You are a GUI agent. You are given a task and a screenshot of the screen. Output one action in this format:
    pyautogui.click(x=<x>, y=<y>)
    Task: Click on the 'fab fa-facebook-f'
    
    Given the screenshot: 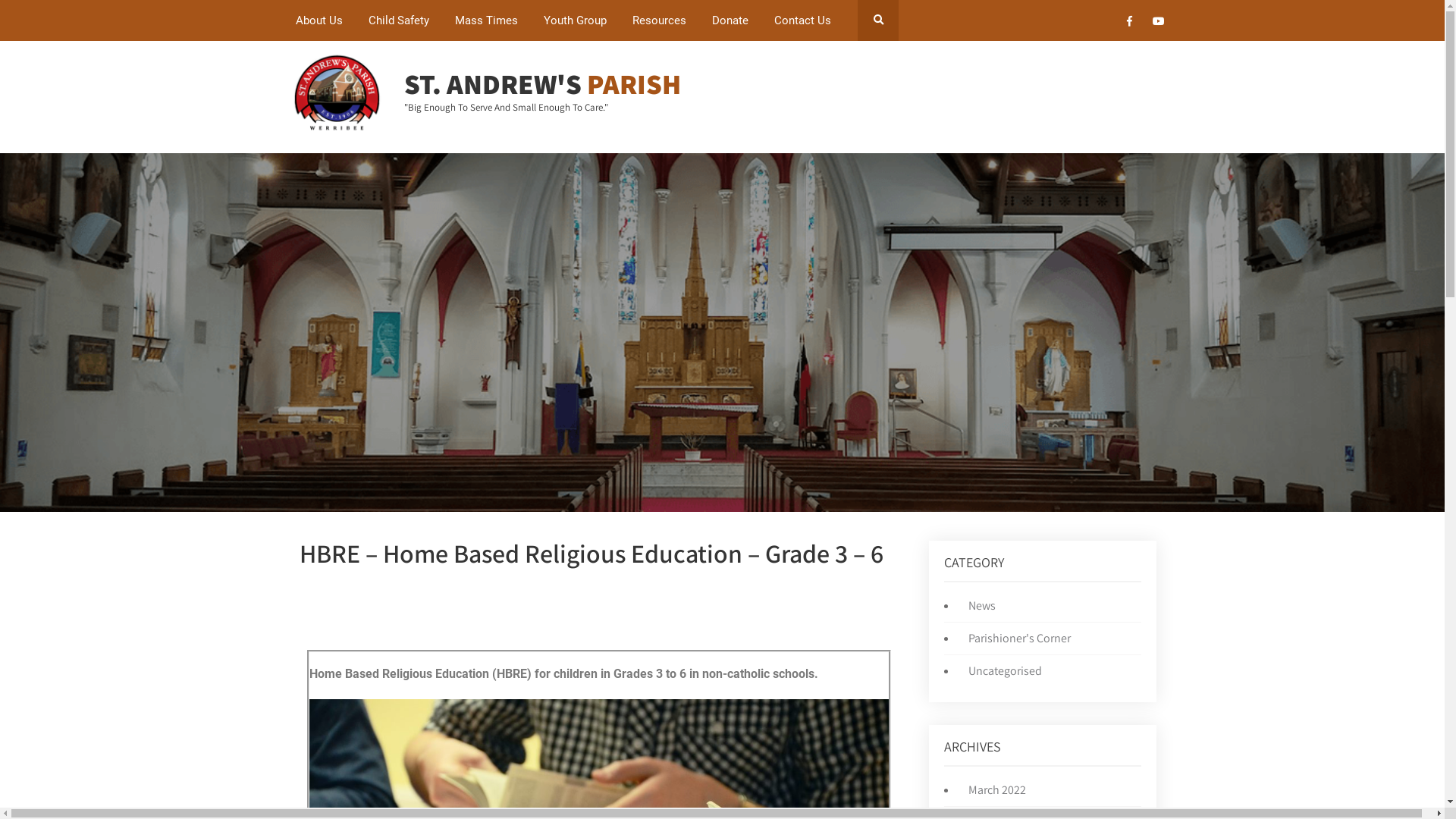 What is the action you would take?
    pyautogui.click(x=1129, y=23)
    